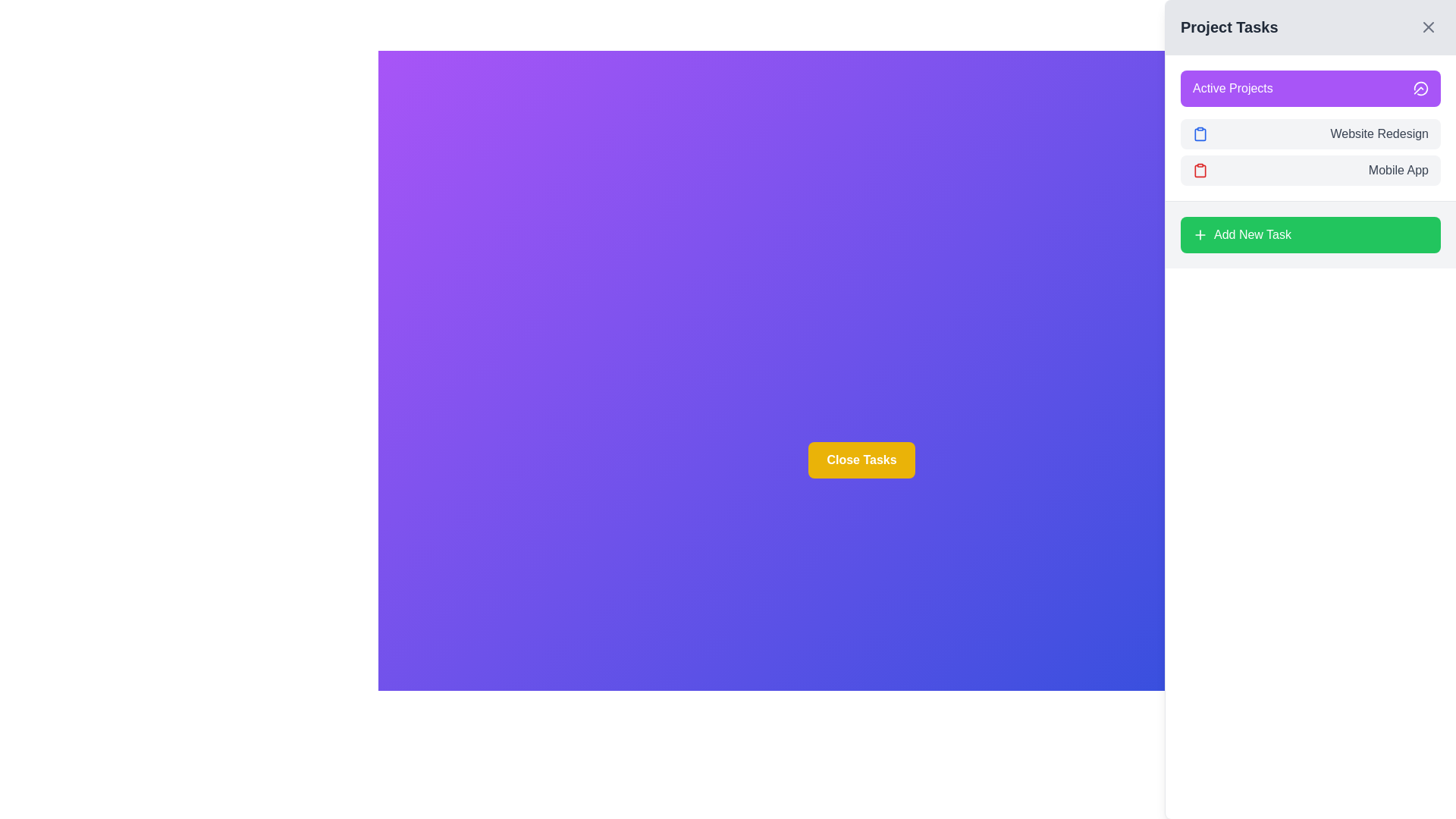 This screenshot has height=819, width=1456. I want to click on the small 'X' close button located in the top-right corner of the 'Project Tasks' header to change its shade, so click(1427, 27).